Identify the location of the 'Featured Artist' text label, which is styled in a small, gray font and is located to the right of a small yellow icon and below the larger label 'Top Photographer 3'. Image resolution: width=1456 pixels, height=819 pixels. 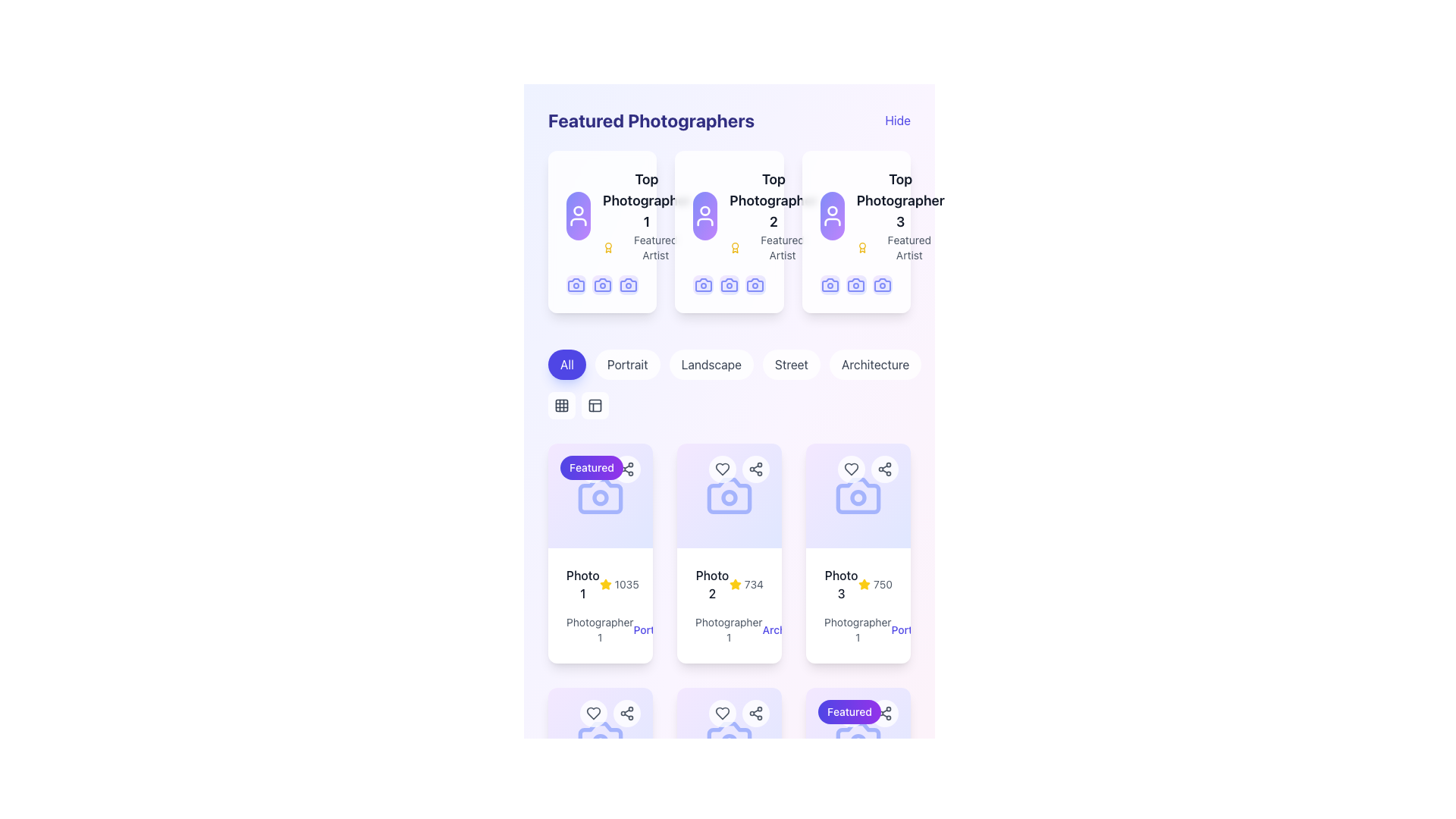
(909, 247).